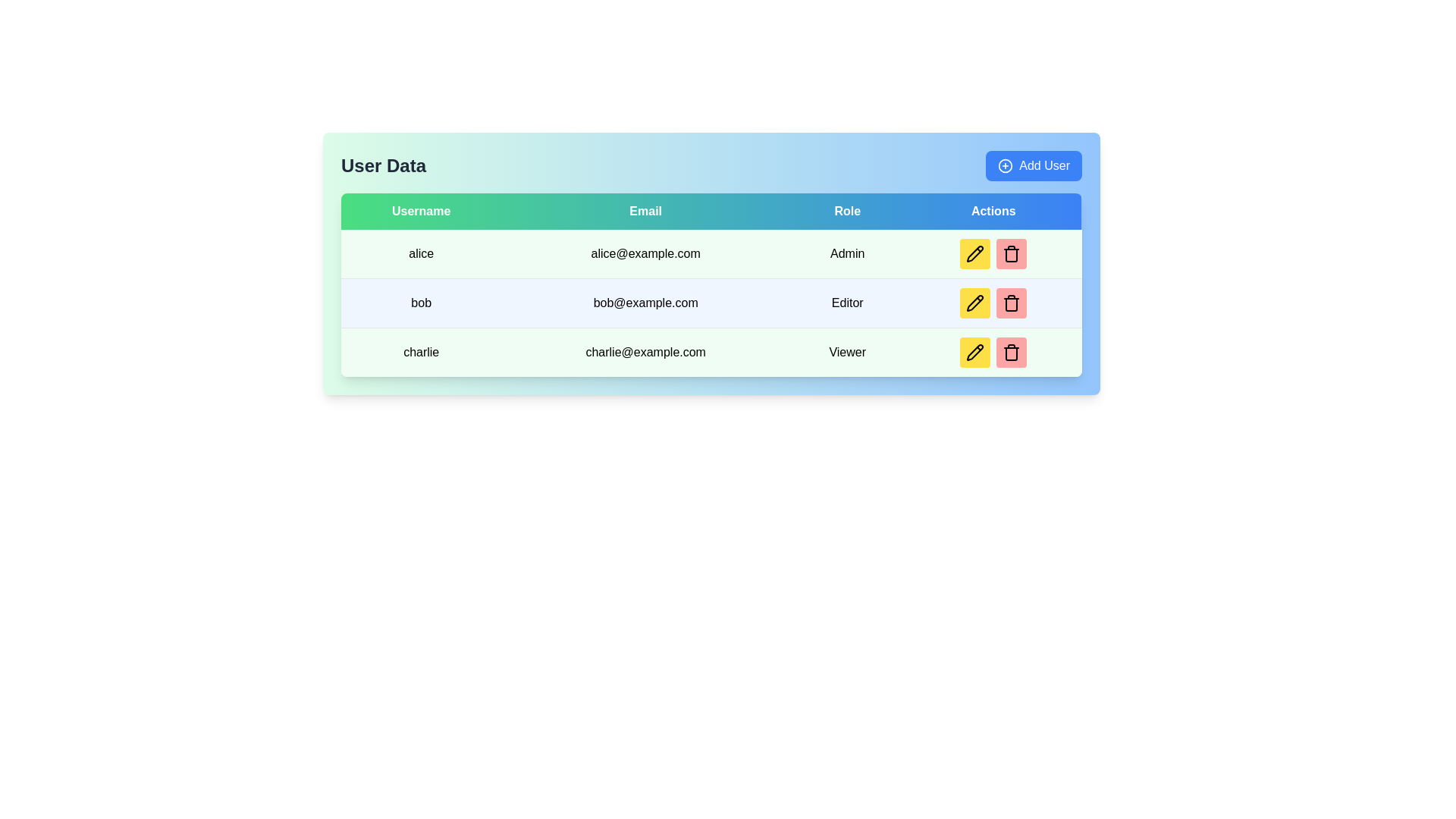 The height and width of the screenshot is (819, 1456). I want to click on the trash icon button located in the third row of the Actions column in the table, so click(1012, 253).